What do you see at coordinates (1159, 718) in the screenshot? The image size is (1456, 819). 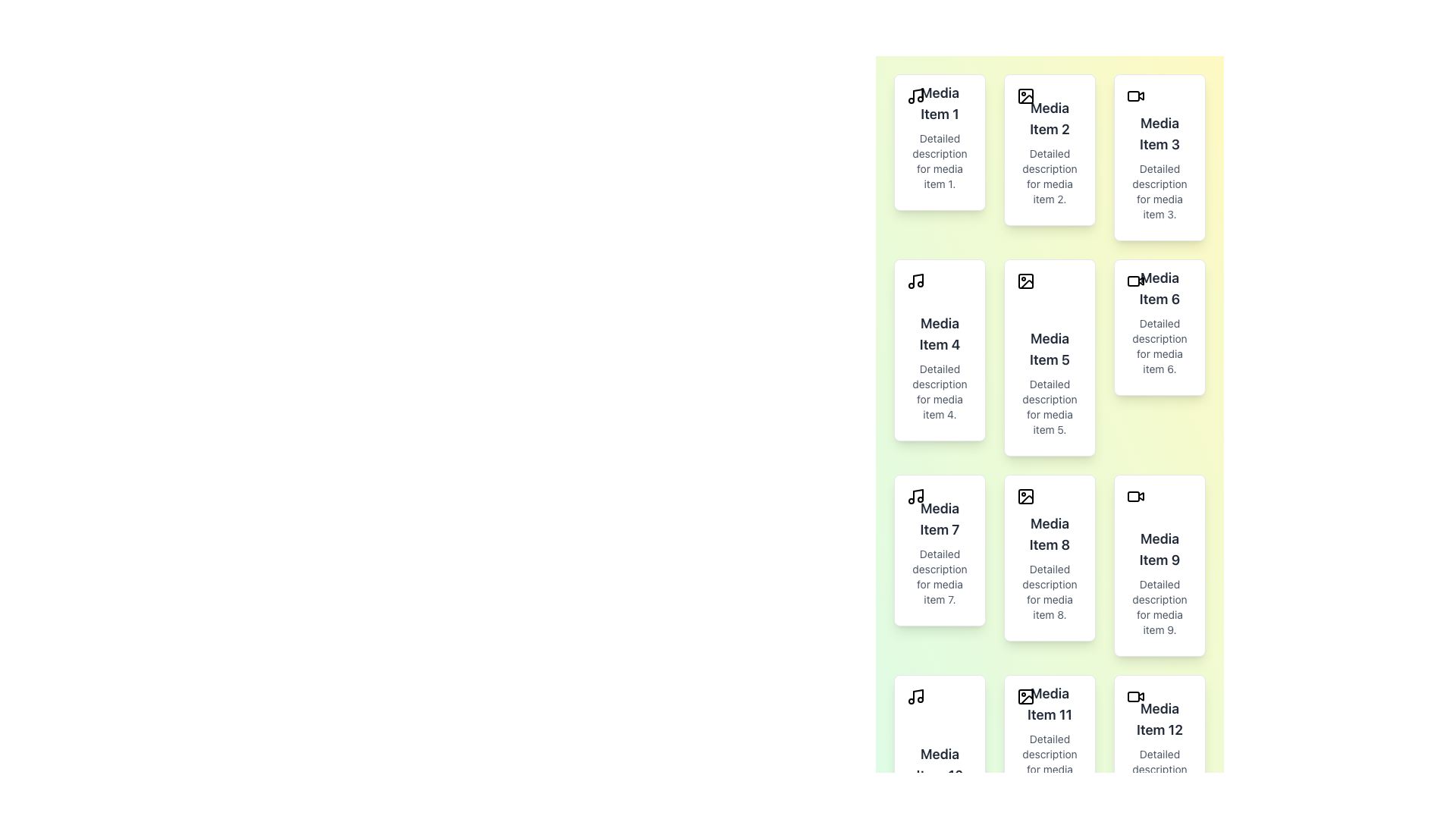 I see `the text label that serves as the title of the media item, located in the bottom-right corner of the grid structure, above the secondary description text` at bounding box center [1159, 718].